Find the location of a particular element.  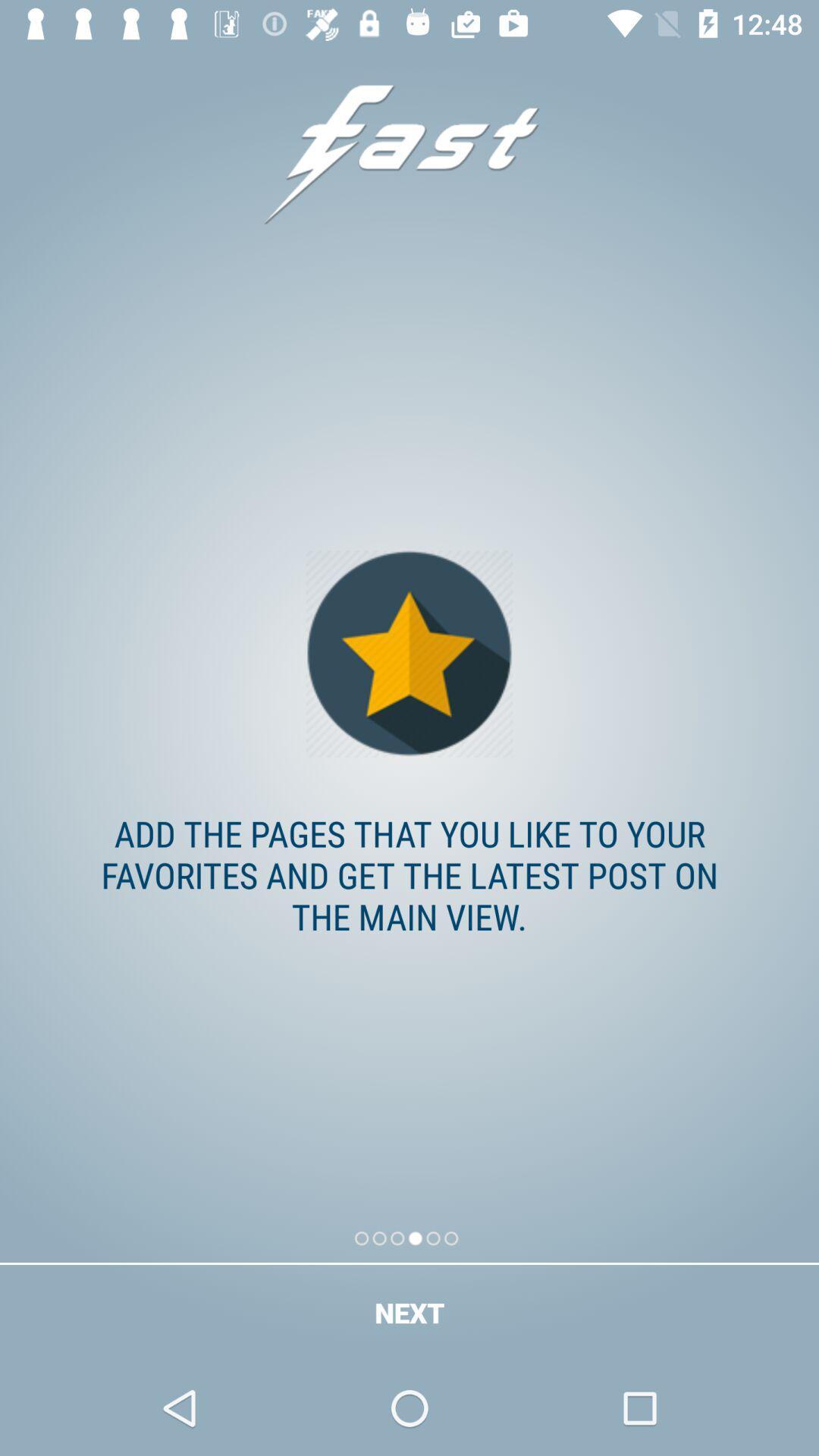

the next item is located at coordinates (409, 1312).